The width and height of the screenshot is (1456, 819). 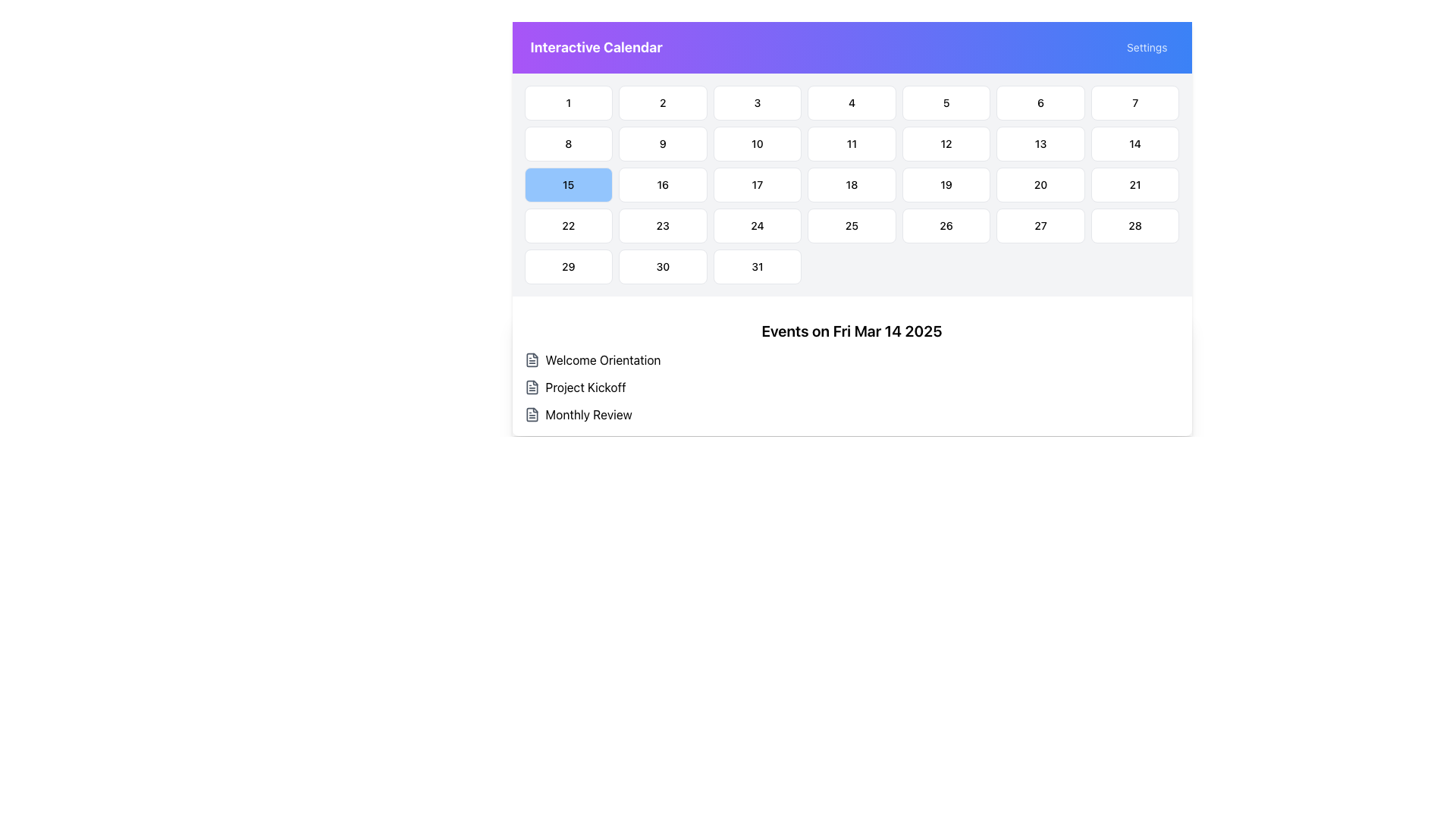 What do you see at coordinates (567, 265) in the screenshot?
I see `the Text Label displaying the date '29', which is located in the last row of the calendar grid, specifically in the first cell, centered in a white rounded rectangle` at bounding box center [567, 265].